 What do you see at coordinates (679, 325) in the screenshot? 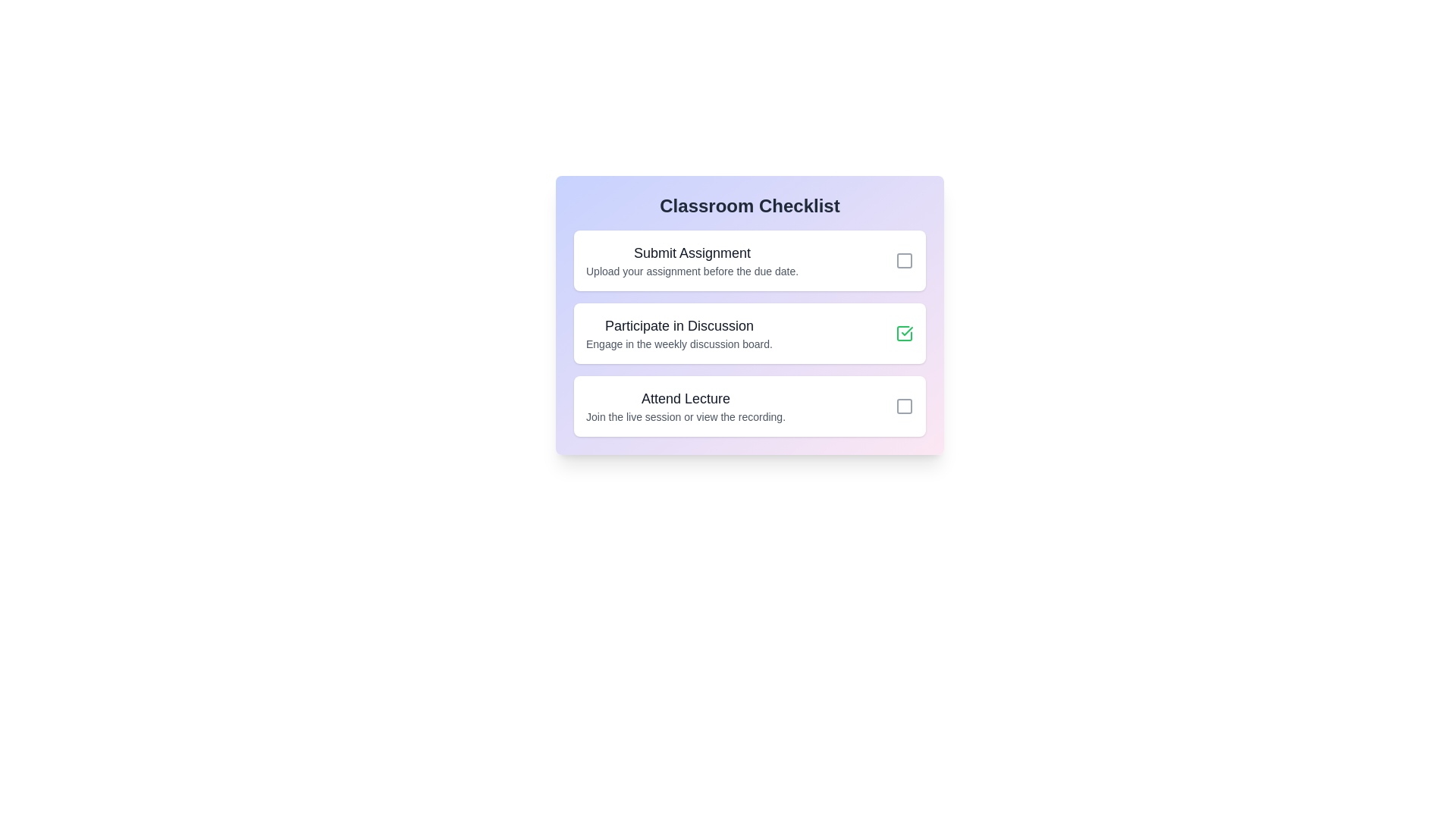
I see `the text label that reads 'Participate in Discussion', which is bold and black, and positioned above a secondary text element in the middle section of the checklist` at bounding box center [679, 325].